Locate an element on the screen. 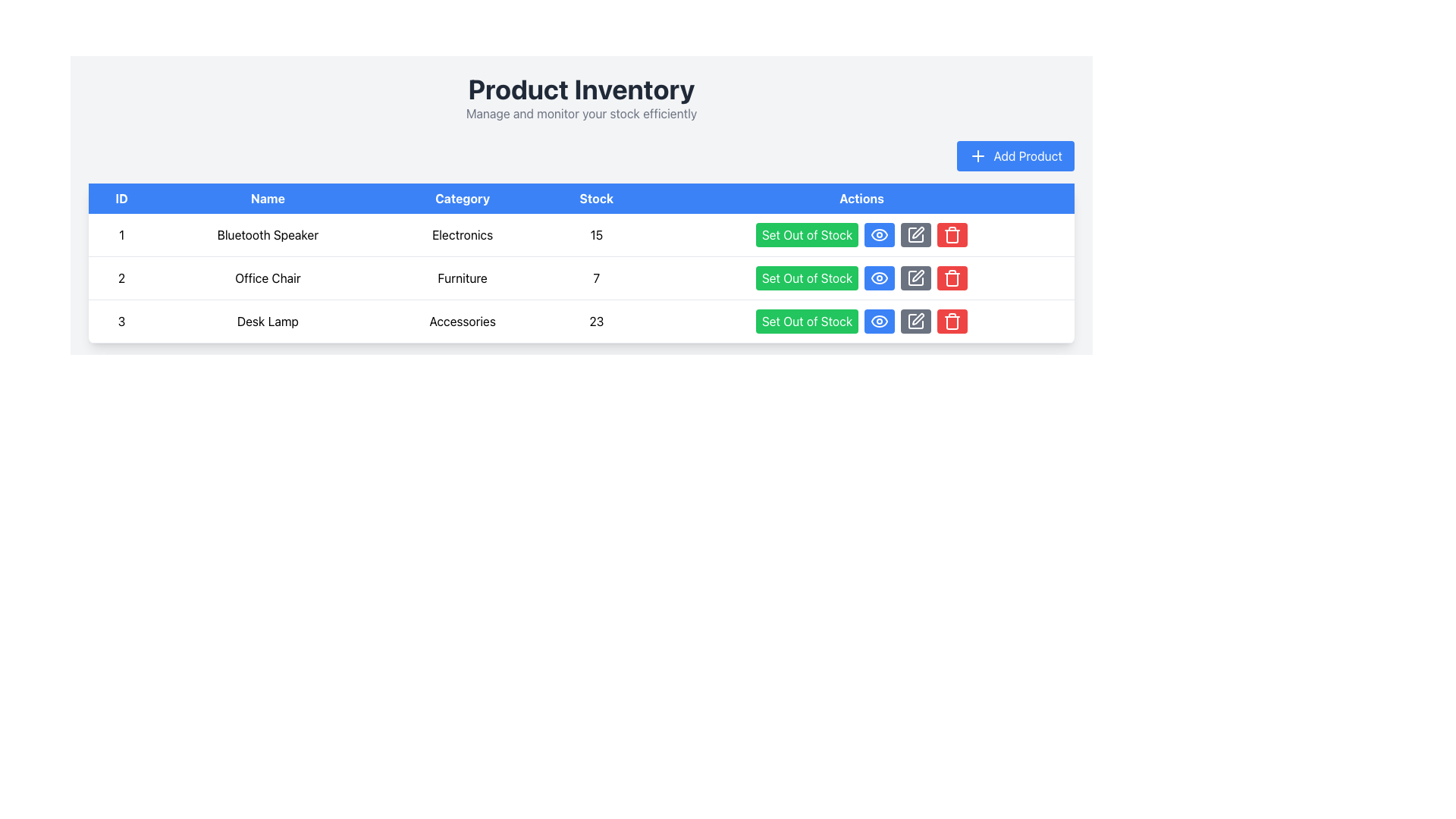 This screenshot has height=819, width=1456. the 'Add Product' button located in the top-right corner of the header section above the product list is located at coordinates (1015, 155).